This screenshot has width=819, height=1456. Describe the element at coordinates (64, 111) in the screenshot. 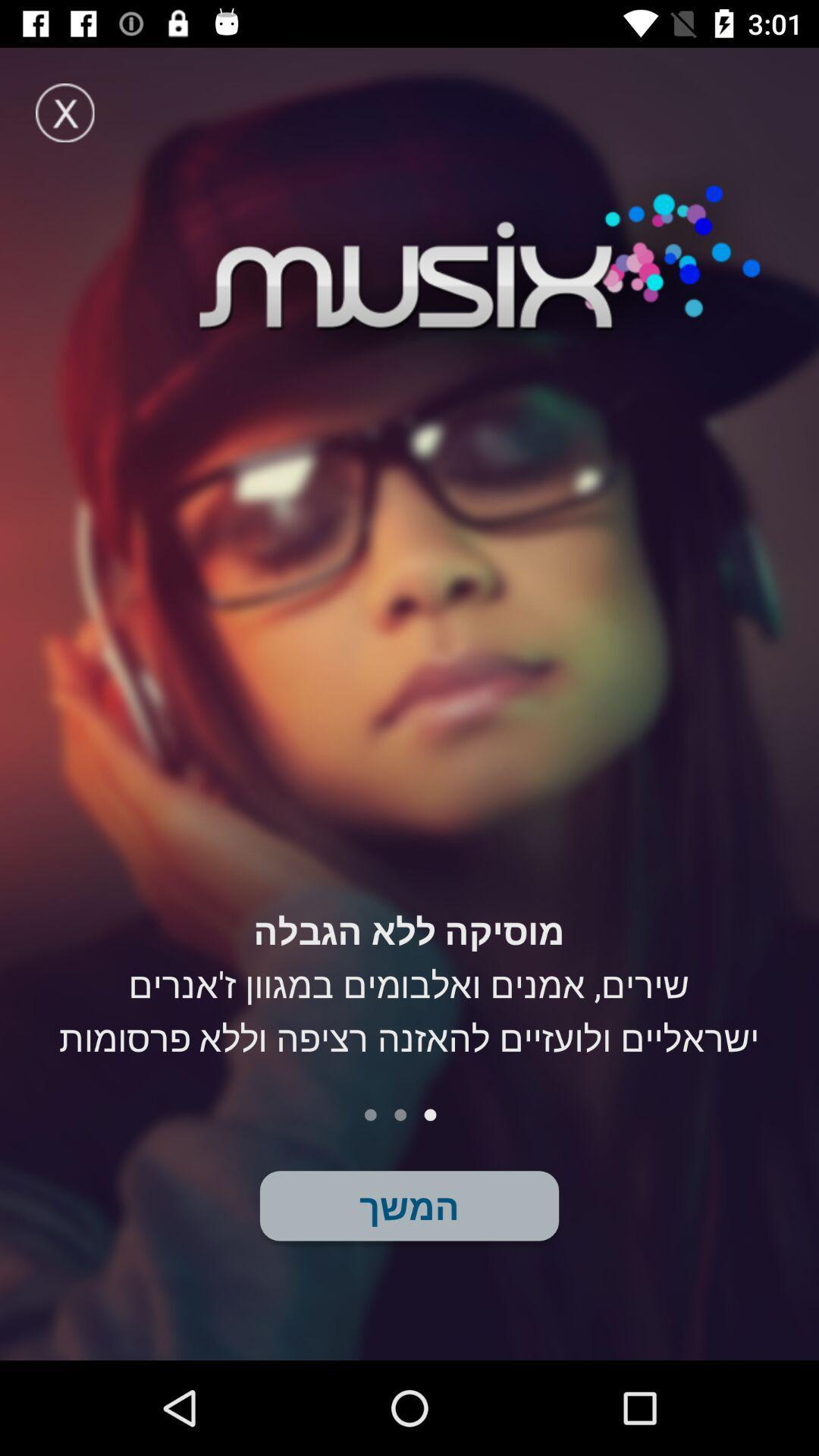

I see `the close icon` at that location.